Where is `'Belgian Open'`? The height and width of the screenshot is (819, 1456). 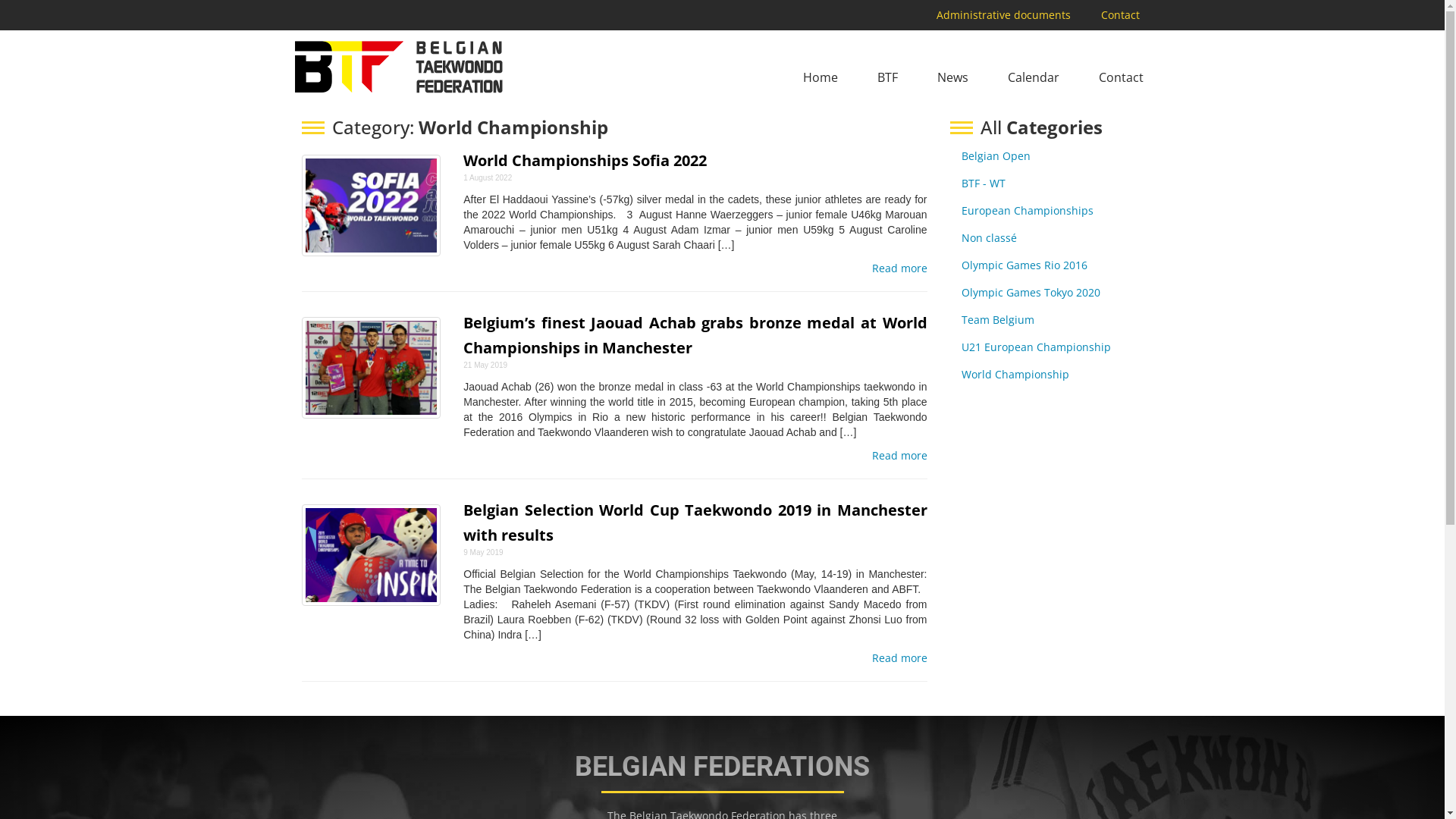 'Belgian Open' is located at coordinates (960, 155).